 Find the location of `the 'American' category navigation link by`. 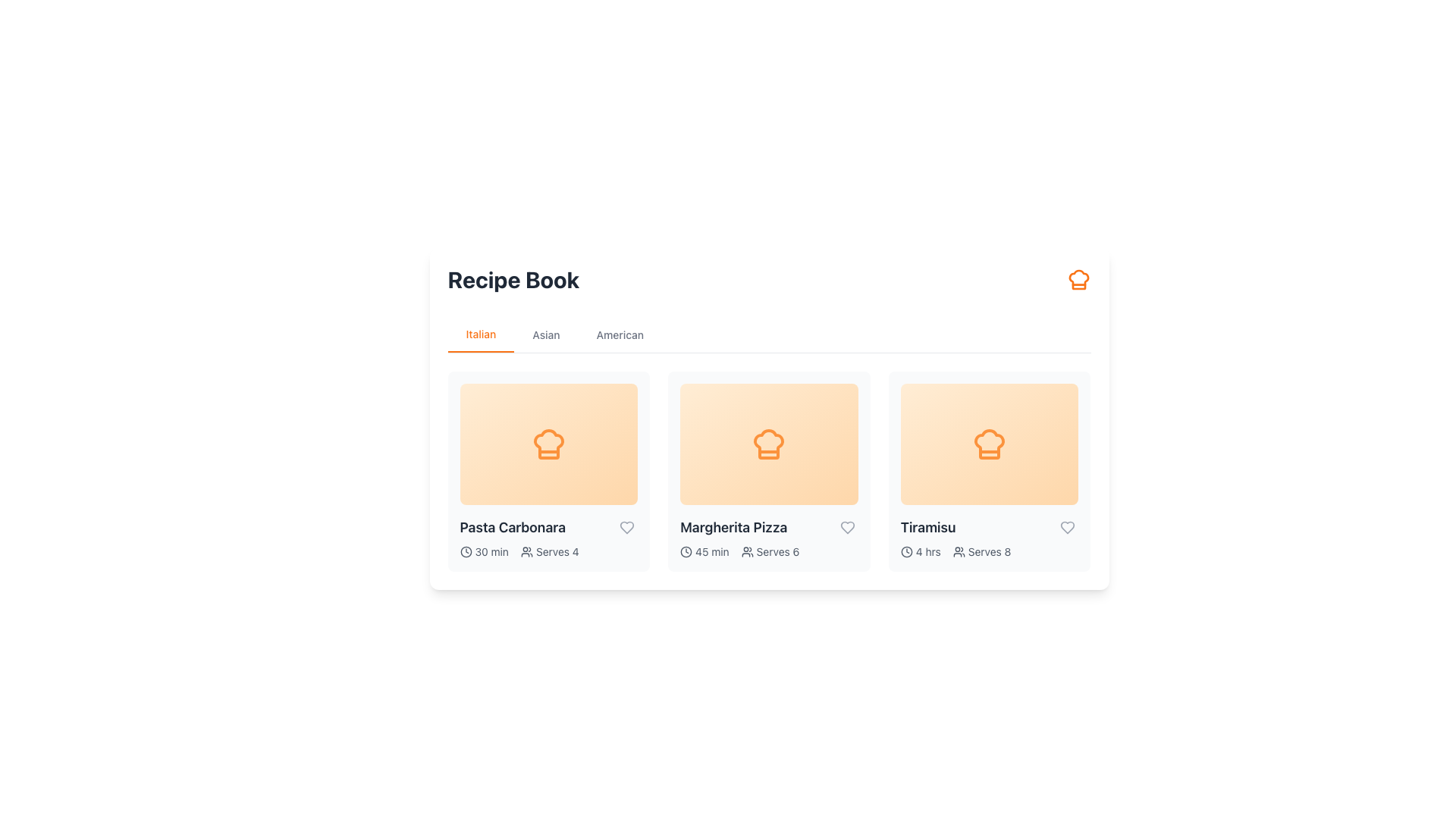

the 'American' category navigation link by is located at coordinates (620, 334).